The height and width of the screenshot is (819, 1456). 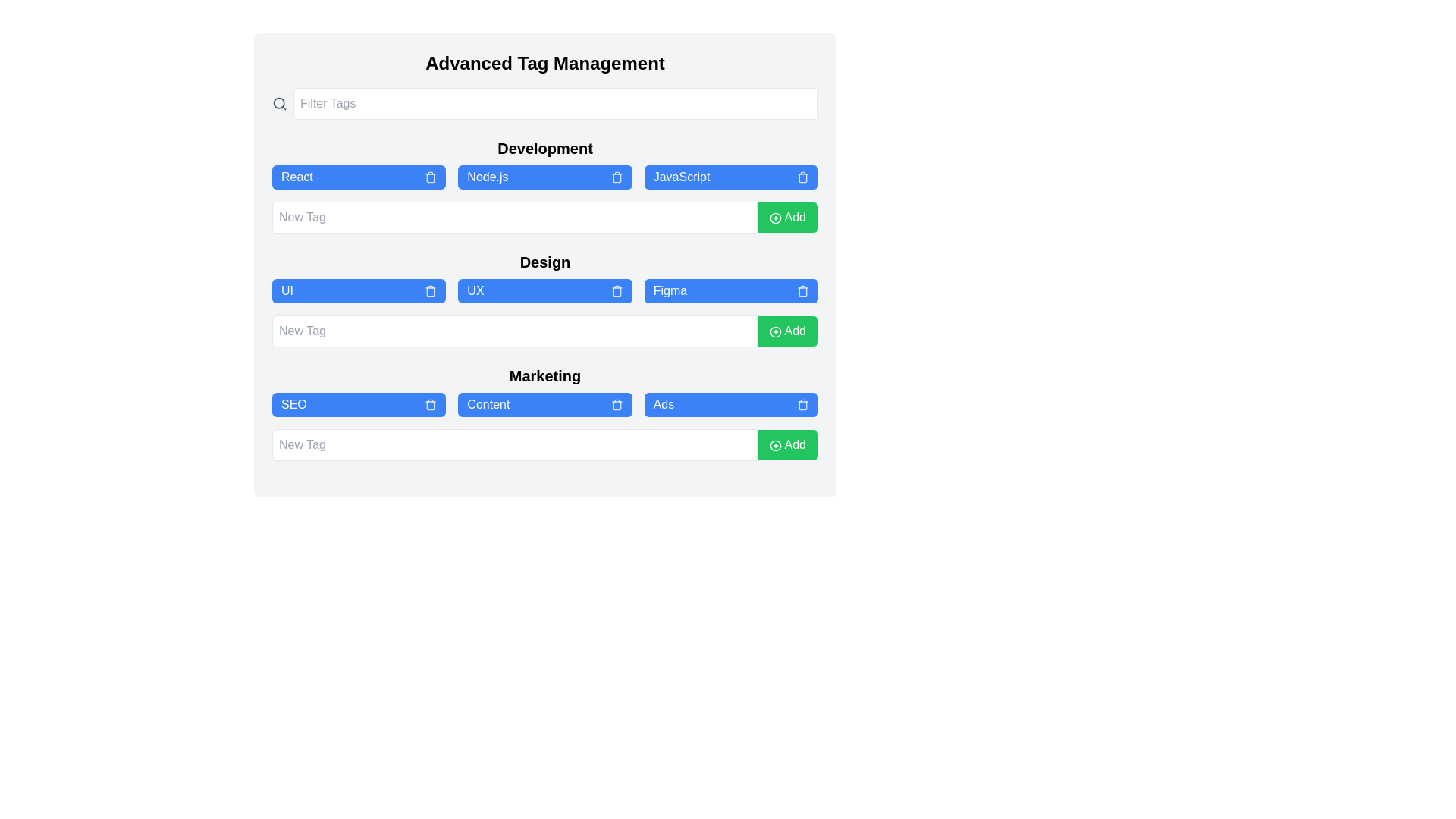 I want to click on the group of buttons representing selectable tags or categories related to development technologies, so click(x=545, y=177).